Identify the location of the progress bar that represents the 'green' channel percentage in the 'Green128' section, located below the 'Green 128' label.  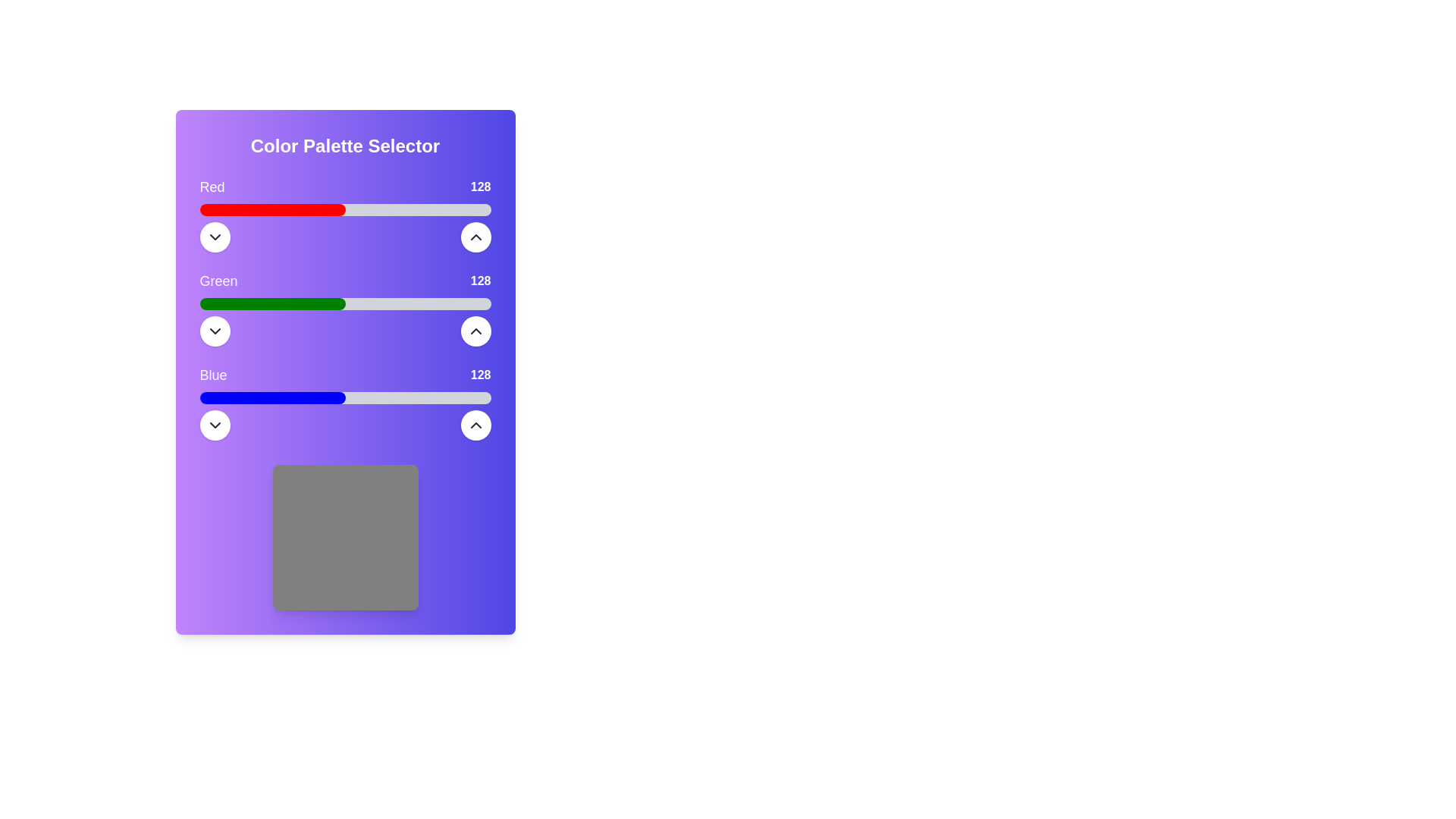
(344, 304).